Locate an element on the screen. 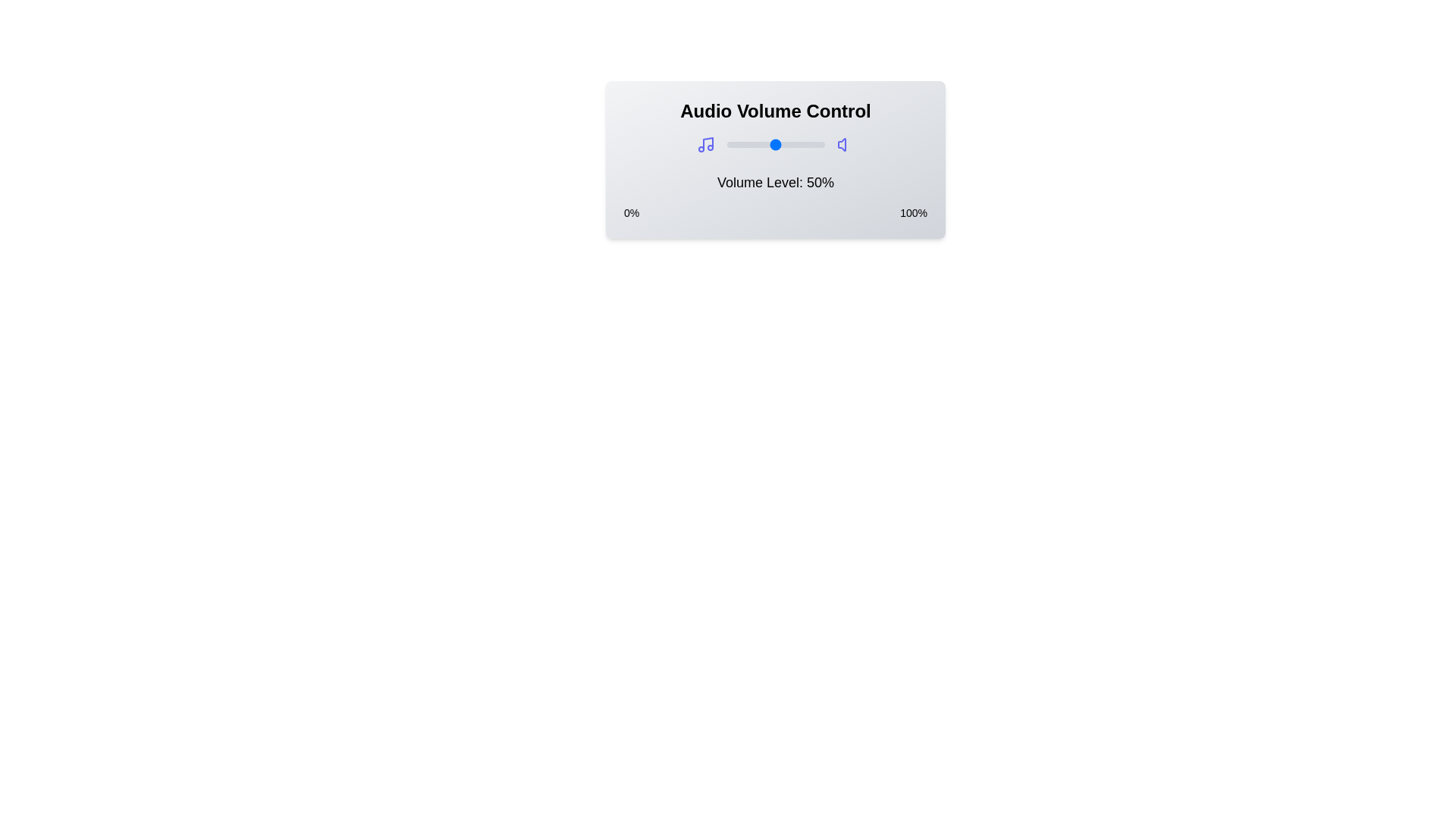  the volume to 43% by dragging the slider is located at coordinates (768, 145).